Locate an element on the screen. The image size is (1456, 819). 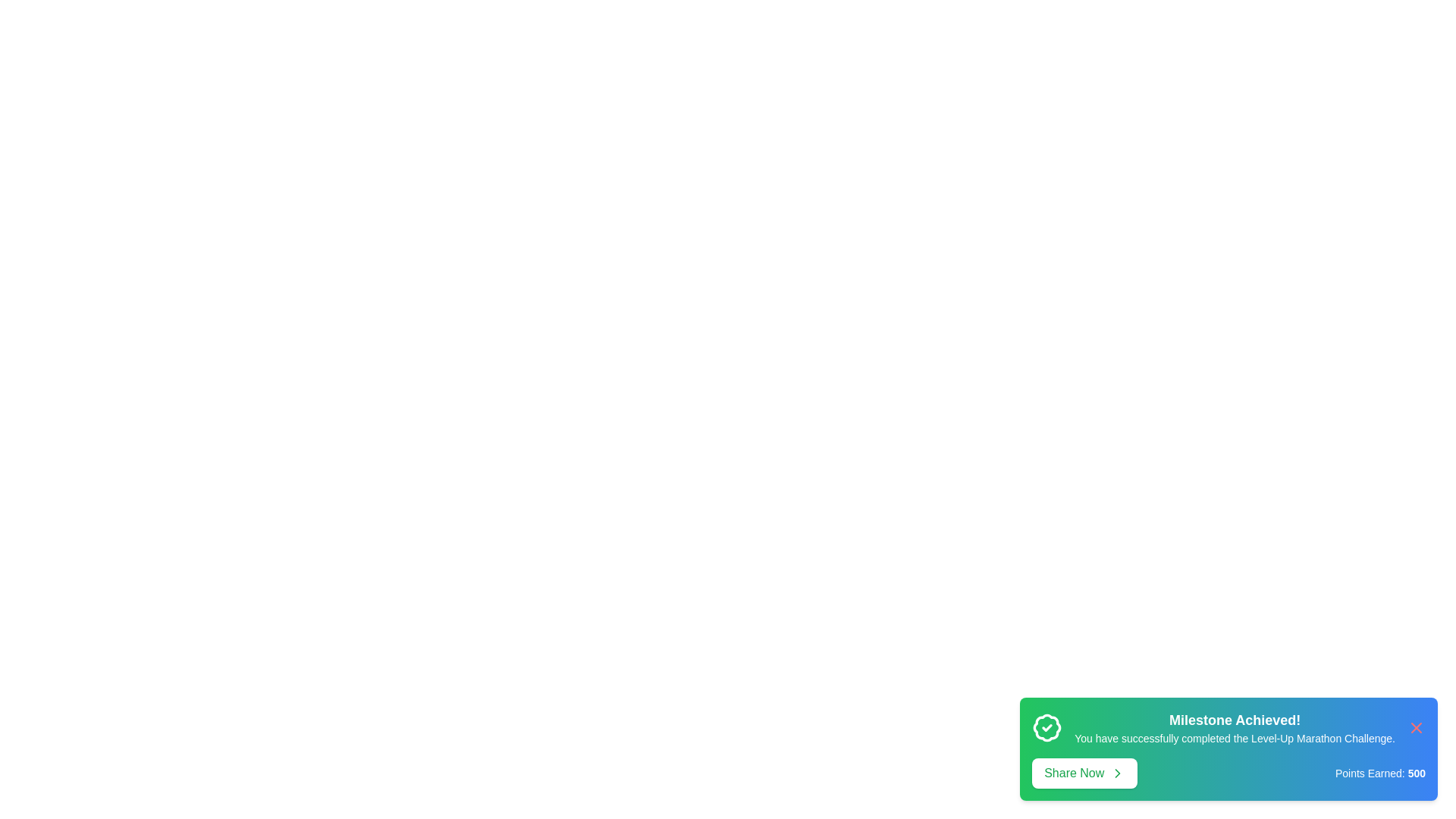
the close button of the snackbar to dismiss it is located at coordinates (1415, 727).